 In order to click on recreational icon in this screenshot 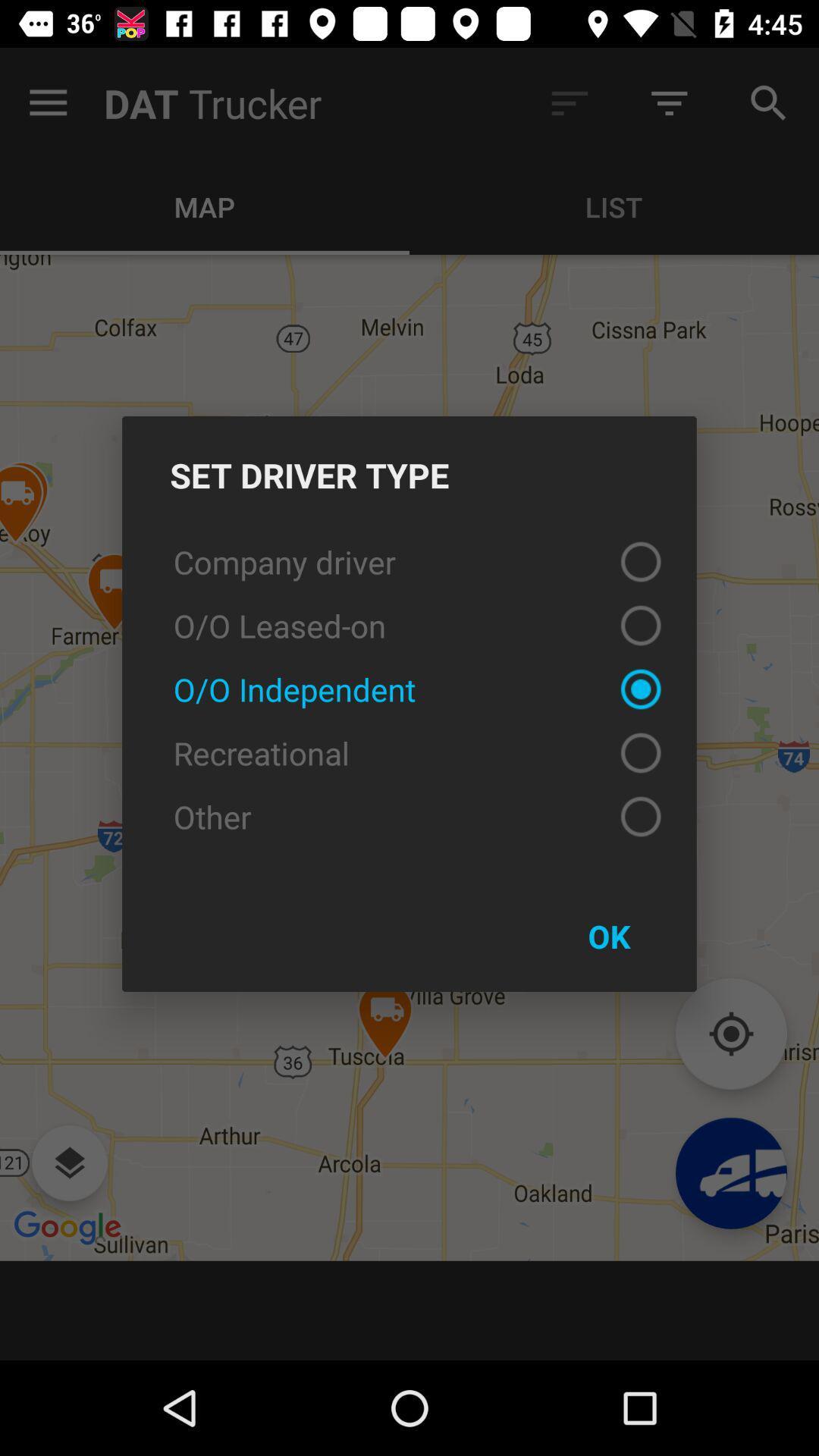, I will do `click(409, 753)`.